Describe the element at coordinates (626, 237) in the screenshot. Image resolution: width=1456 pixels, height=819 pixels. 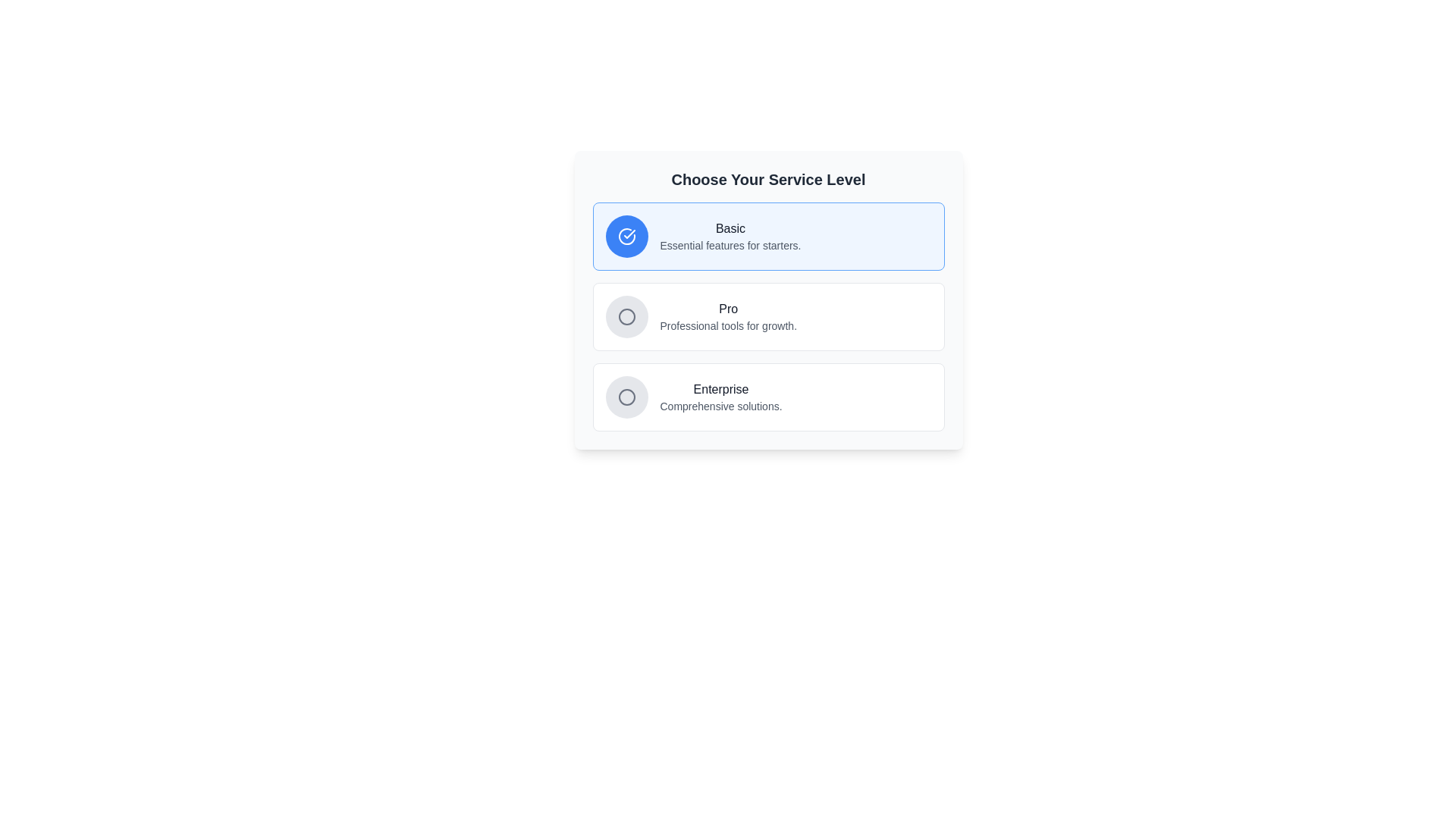
I see `the icon representing the 'Basic' service level selection, located in the blue-highlighted area above the text 'Basic'` at that location.